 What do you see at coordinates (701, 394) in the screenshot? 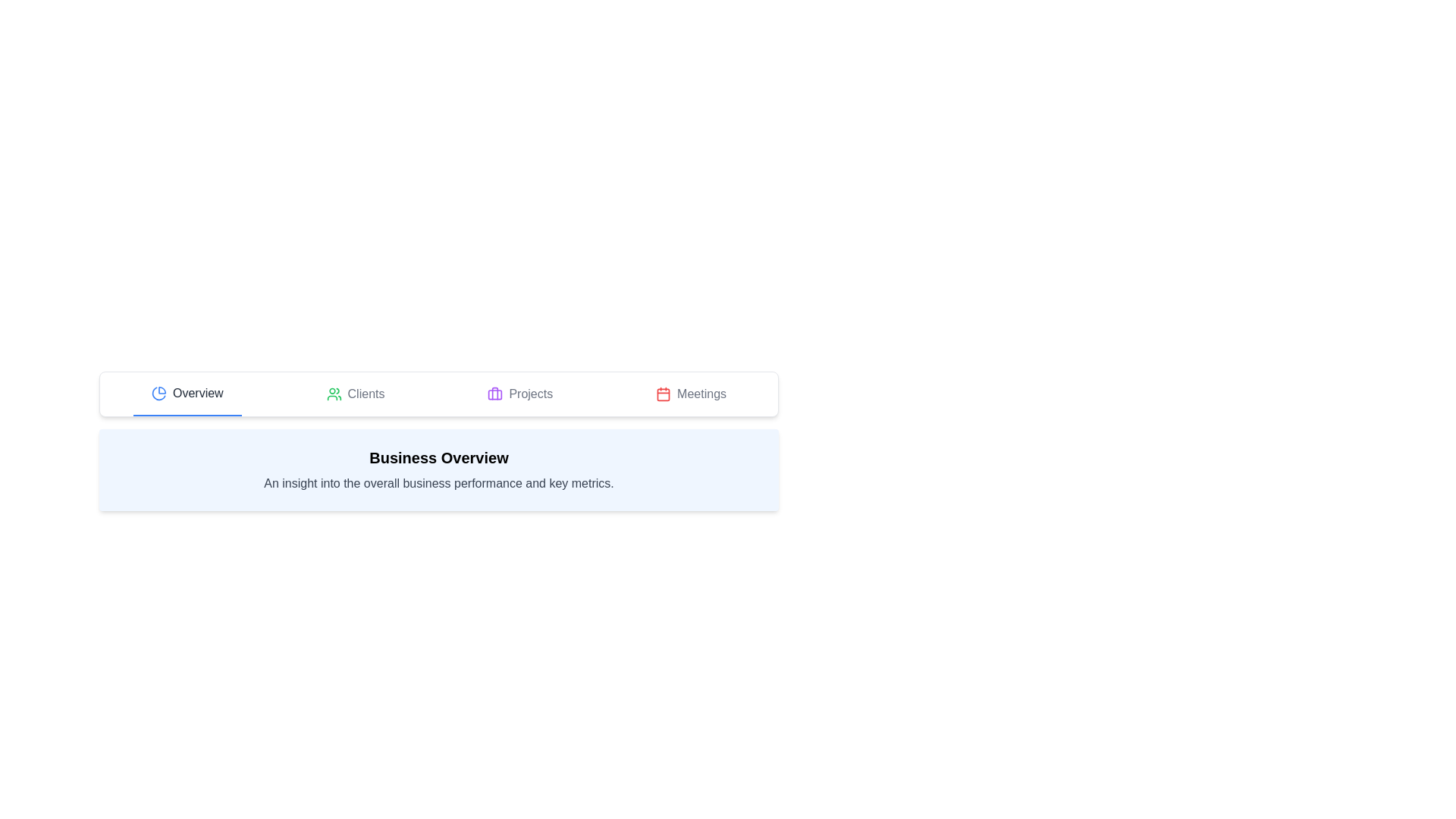
I see `the text label reading 'Meetings', which is styled in gray and located within the navigation menu, adjacent to a calendar icon` at bounding box center [701, 394].